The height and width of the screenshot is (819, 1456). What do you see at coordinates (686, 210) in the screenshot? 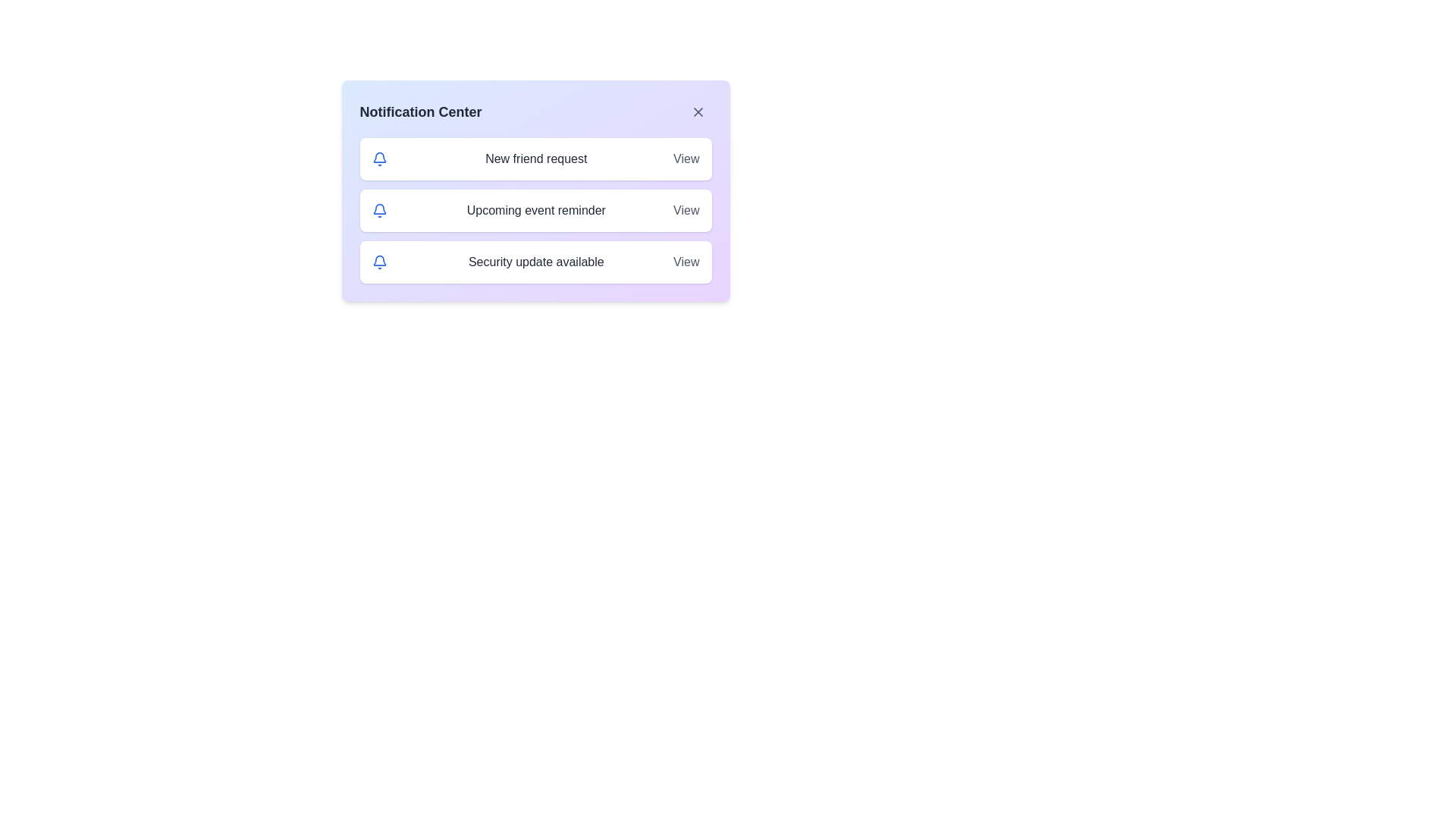
I see `'View' button corresponding to the notification Upcoming event reminder` at bounding box center [686, 210].